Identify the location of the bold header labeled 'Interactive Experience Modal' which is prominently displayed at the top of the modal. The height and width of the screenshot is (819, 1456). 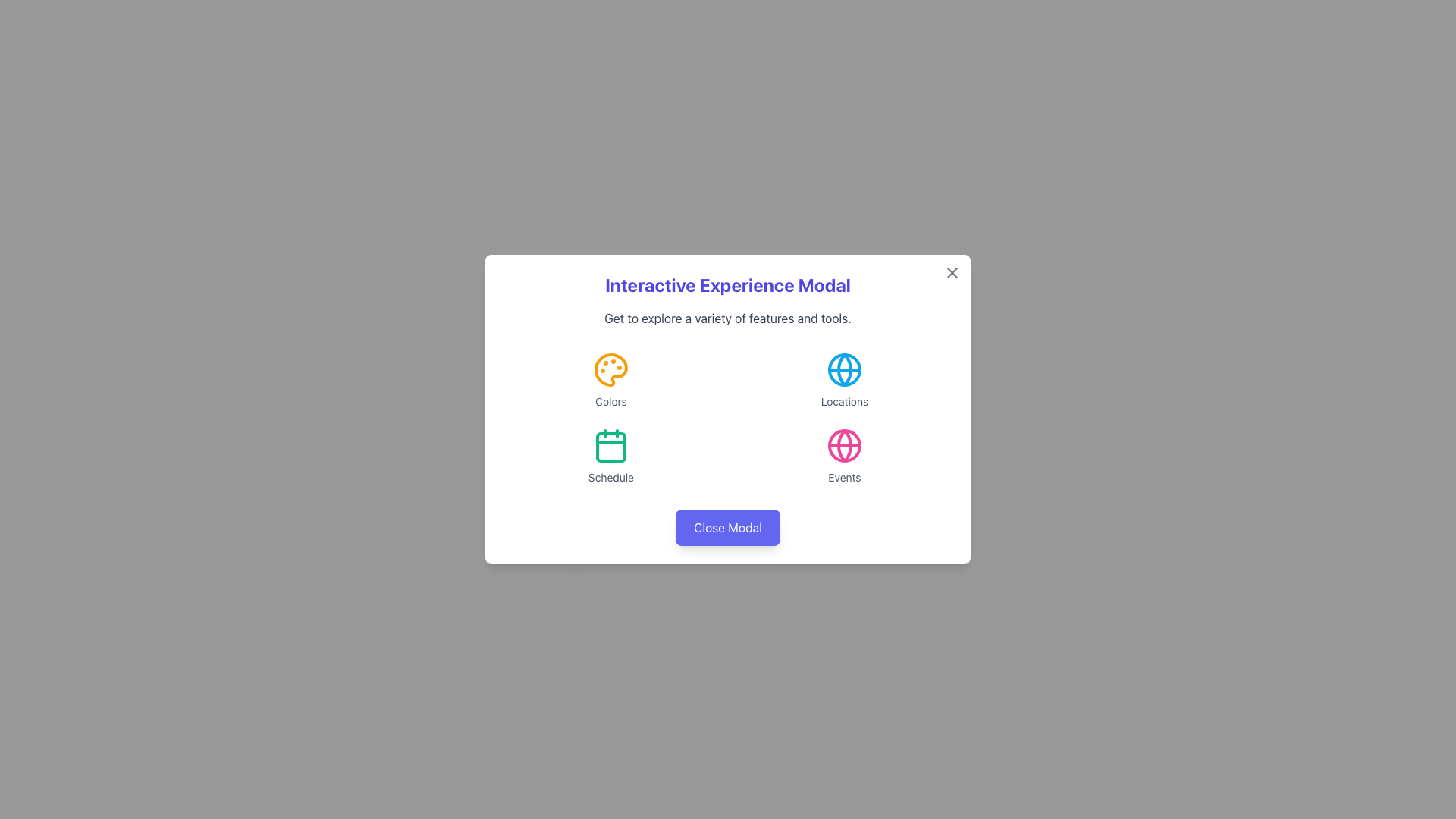
(728, 284).